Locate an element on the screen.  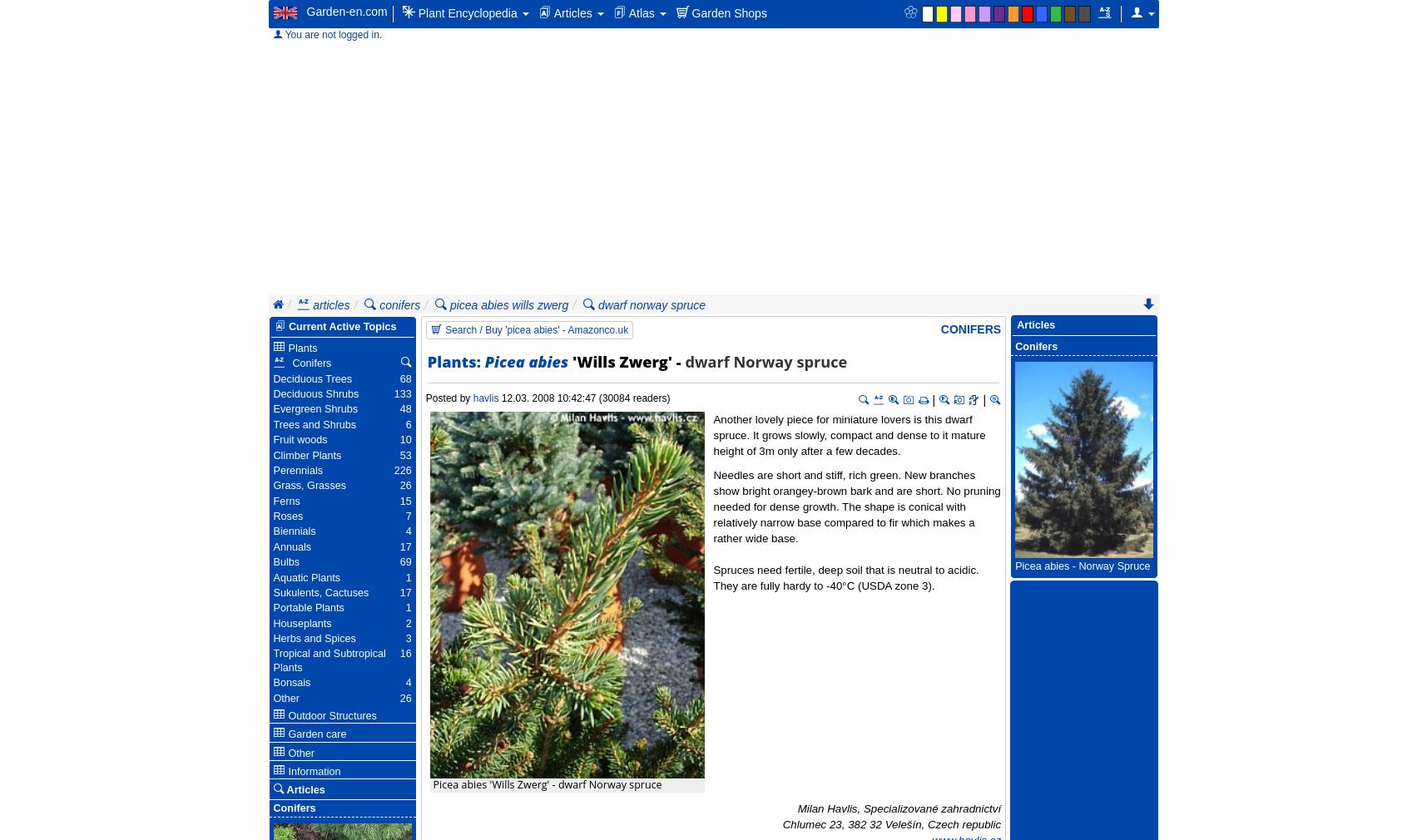
'10' is located at coordinates (405, 439).